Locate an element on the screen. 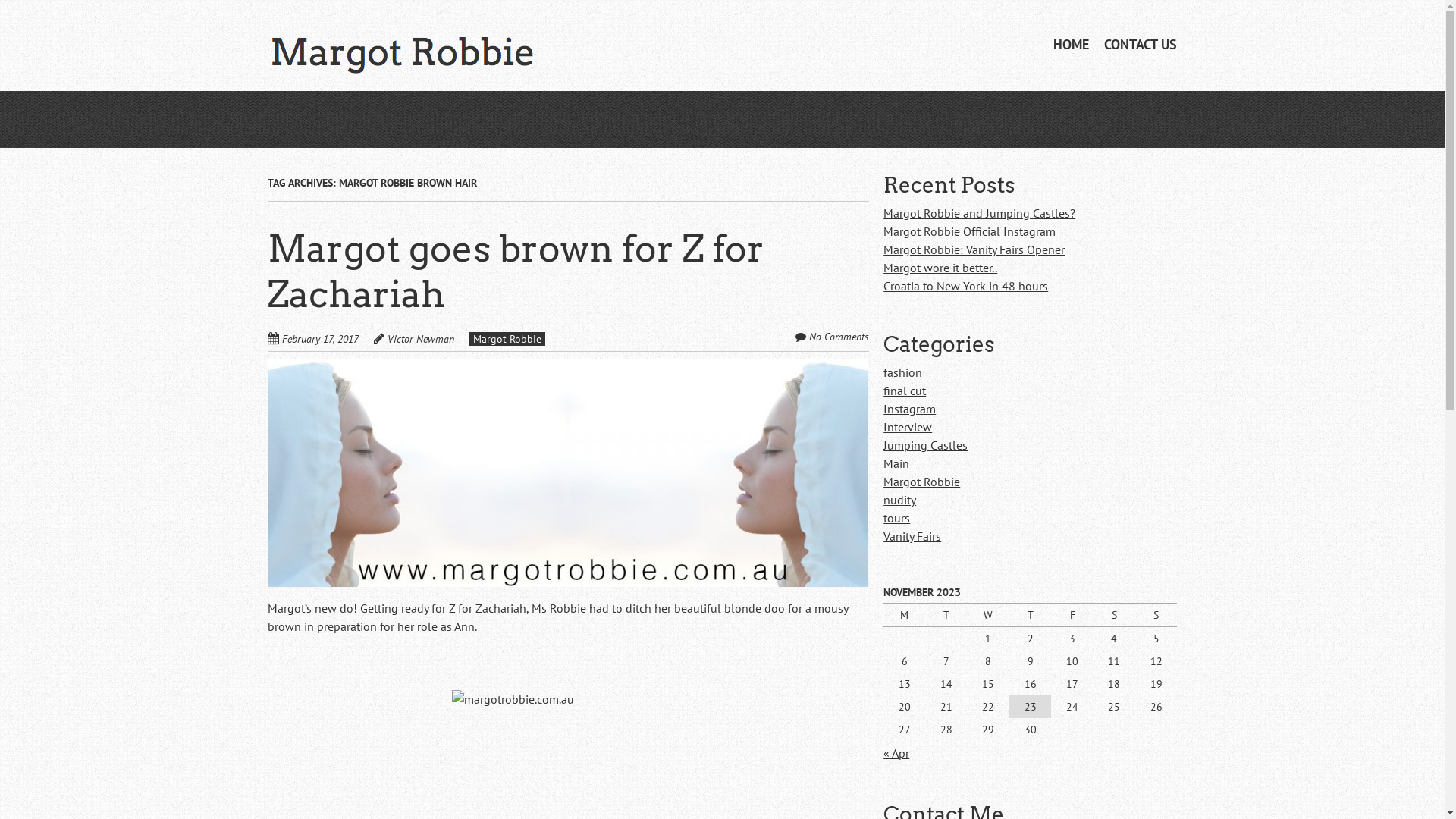 The height and width of the screenshot is (819, 1456). 'Jumping Castles' is located at coordinates (924, 444).